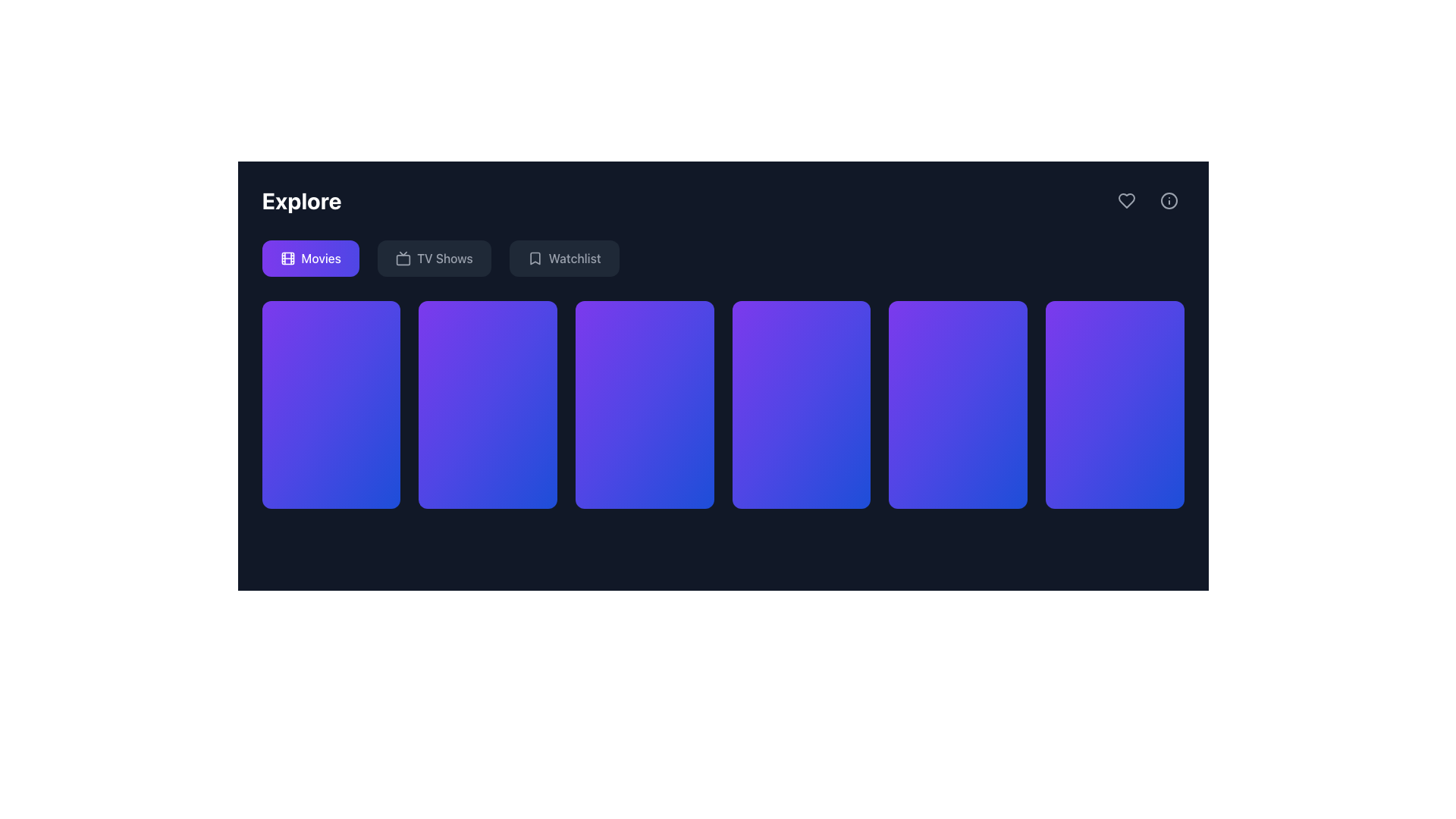 The image size is (1456, 819). Describe the element at coordinates (563, 257) in the screenshot. I see `the 'Watchlist' button, which is a rectangular button with a dark gray background and a bookmark icon, located as the third button from the left in a horizontal button group at the top center of the application` at that location.